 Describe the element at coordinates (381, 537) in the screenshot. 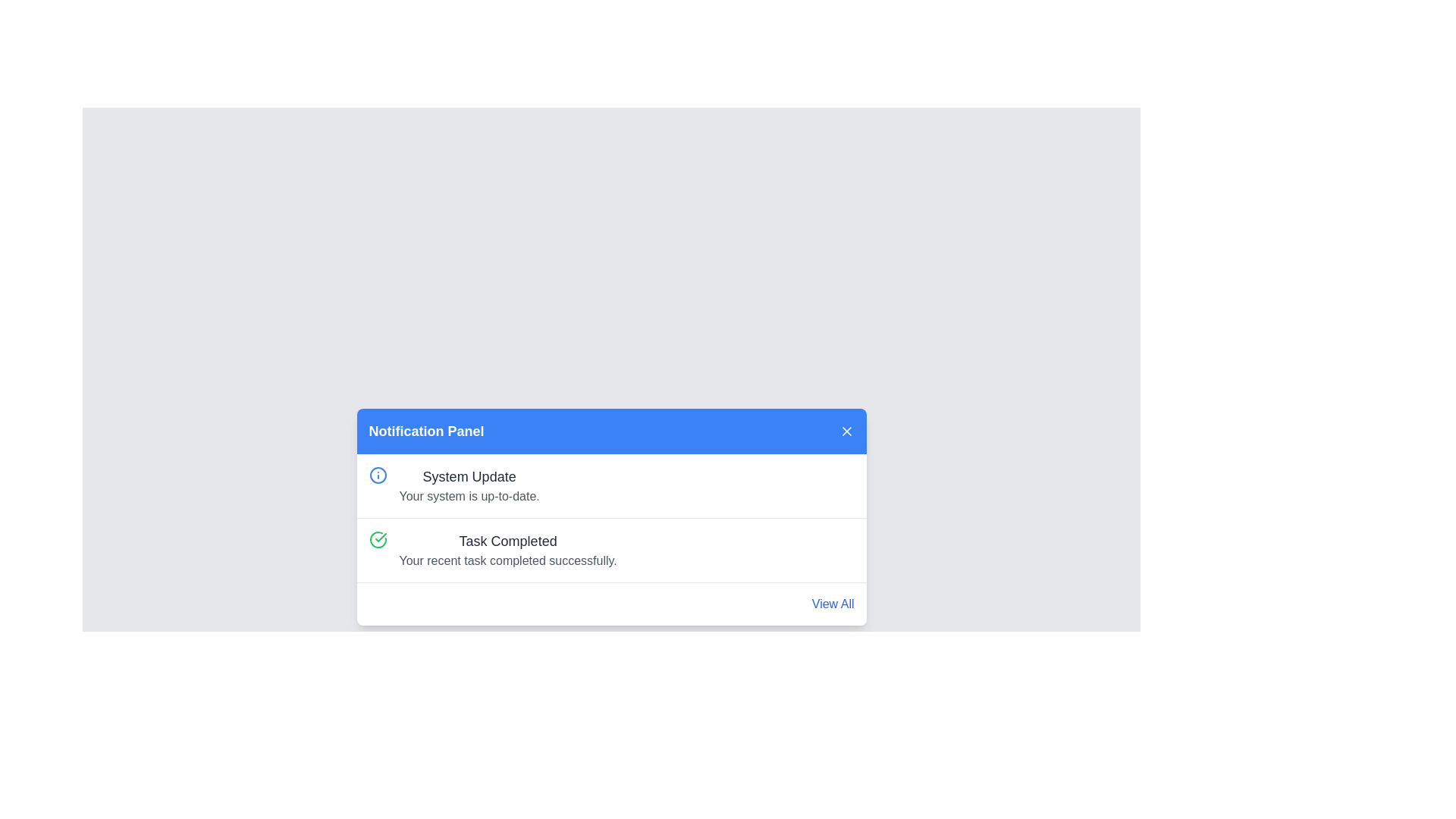

I see `the icon that signifies the successful completion of the task located beside the 'Task Completed' text in the notification panel` at that location.